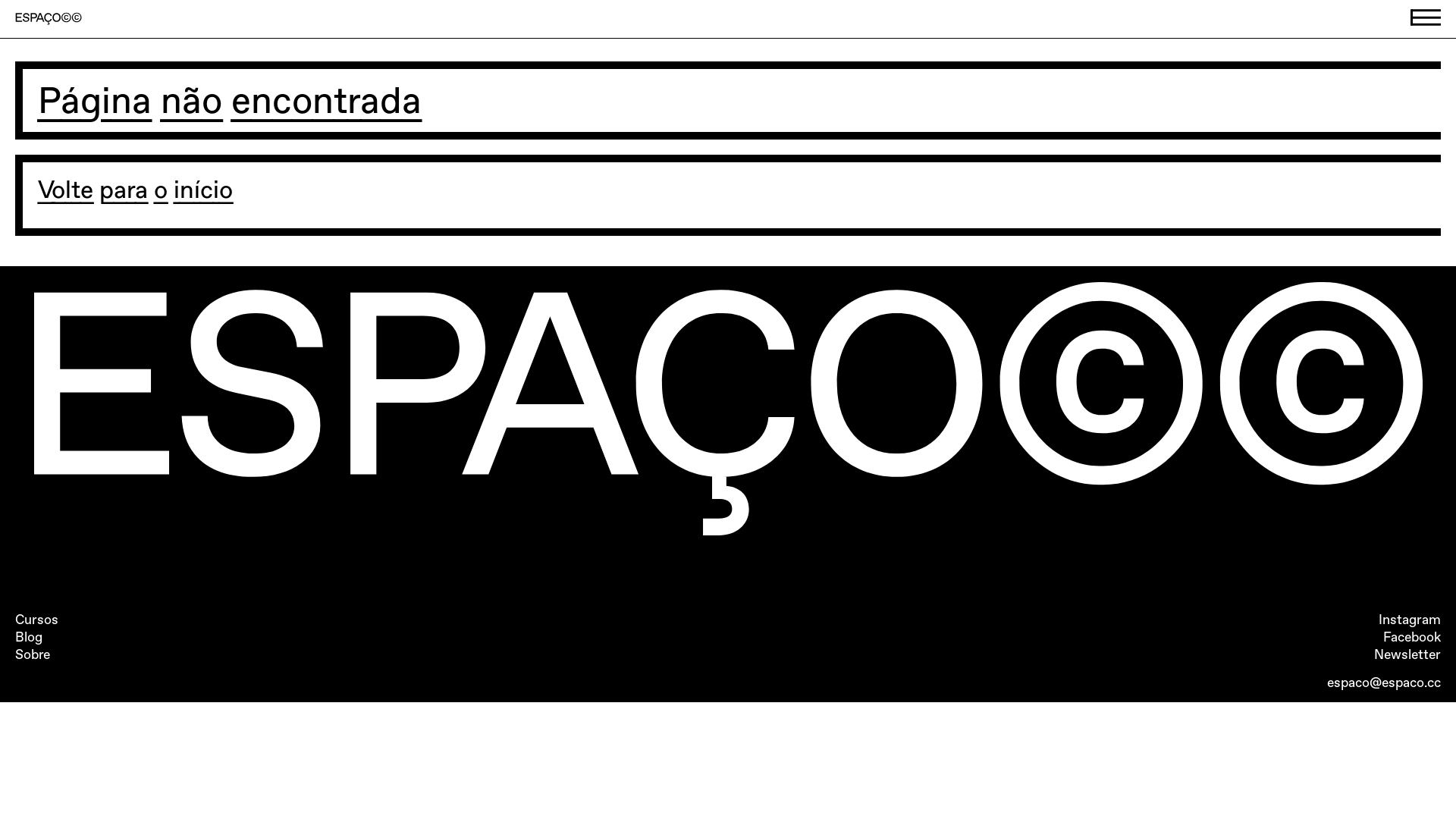  I want to click on 'Cursos', so click(36, 620).